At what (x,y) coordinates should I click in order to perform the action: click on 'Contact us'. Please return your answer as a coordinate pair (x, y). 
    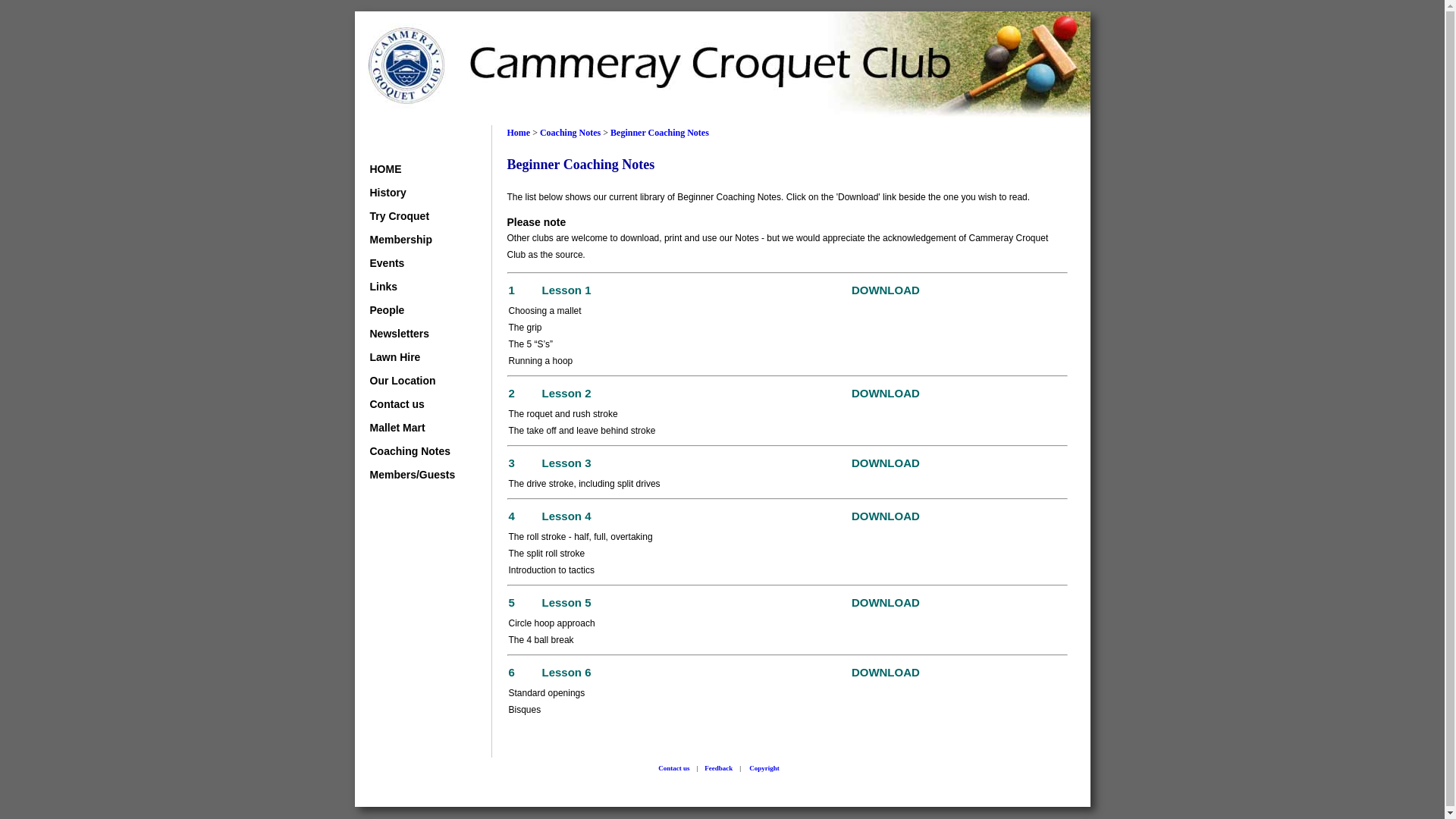
    Looking at the image, I should click on (414, 403).